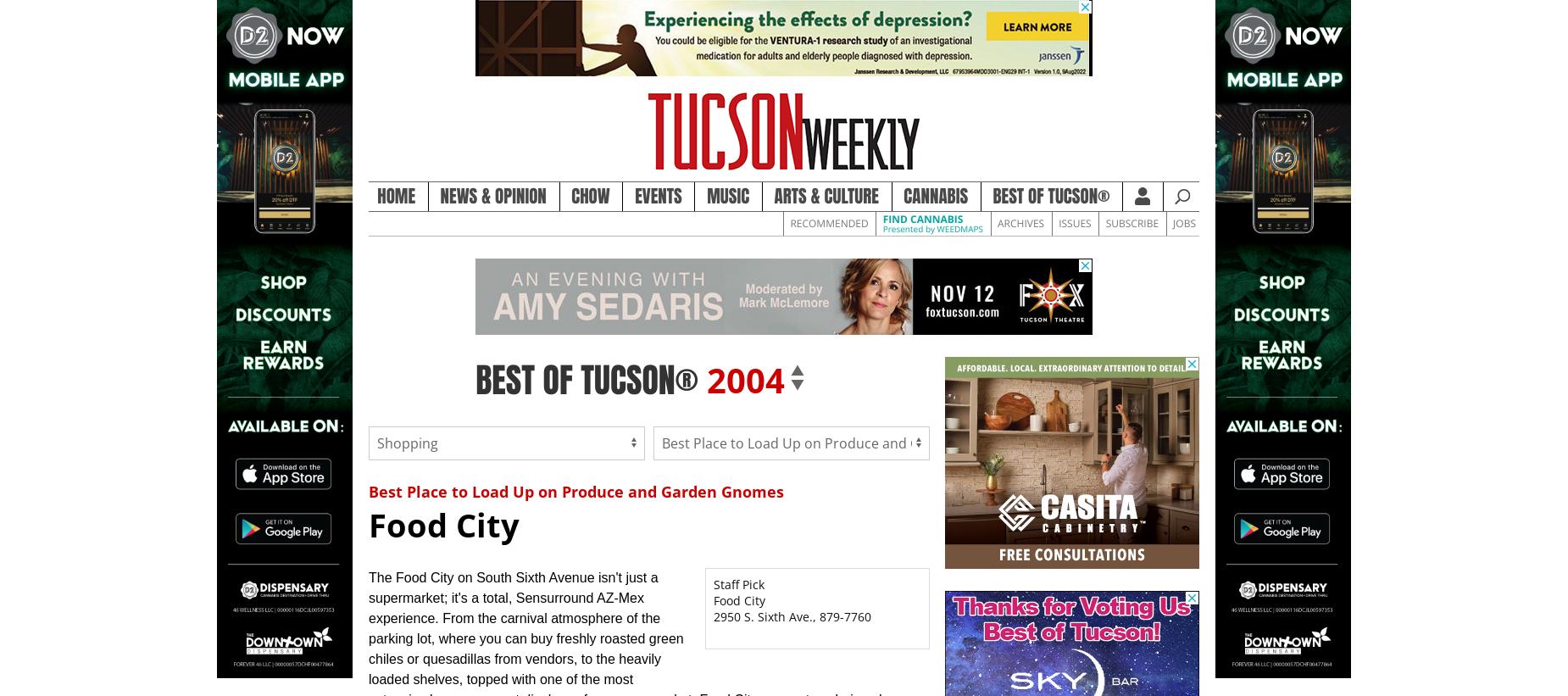 The width and height of the screenshot is (1568, 696). Describe the element at coordinates (935, 196) in the screenshot. I see `'Cannabis'` at that location.